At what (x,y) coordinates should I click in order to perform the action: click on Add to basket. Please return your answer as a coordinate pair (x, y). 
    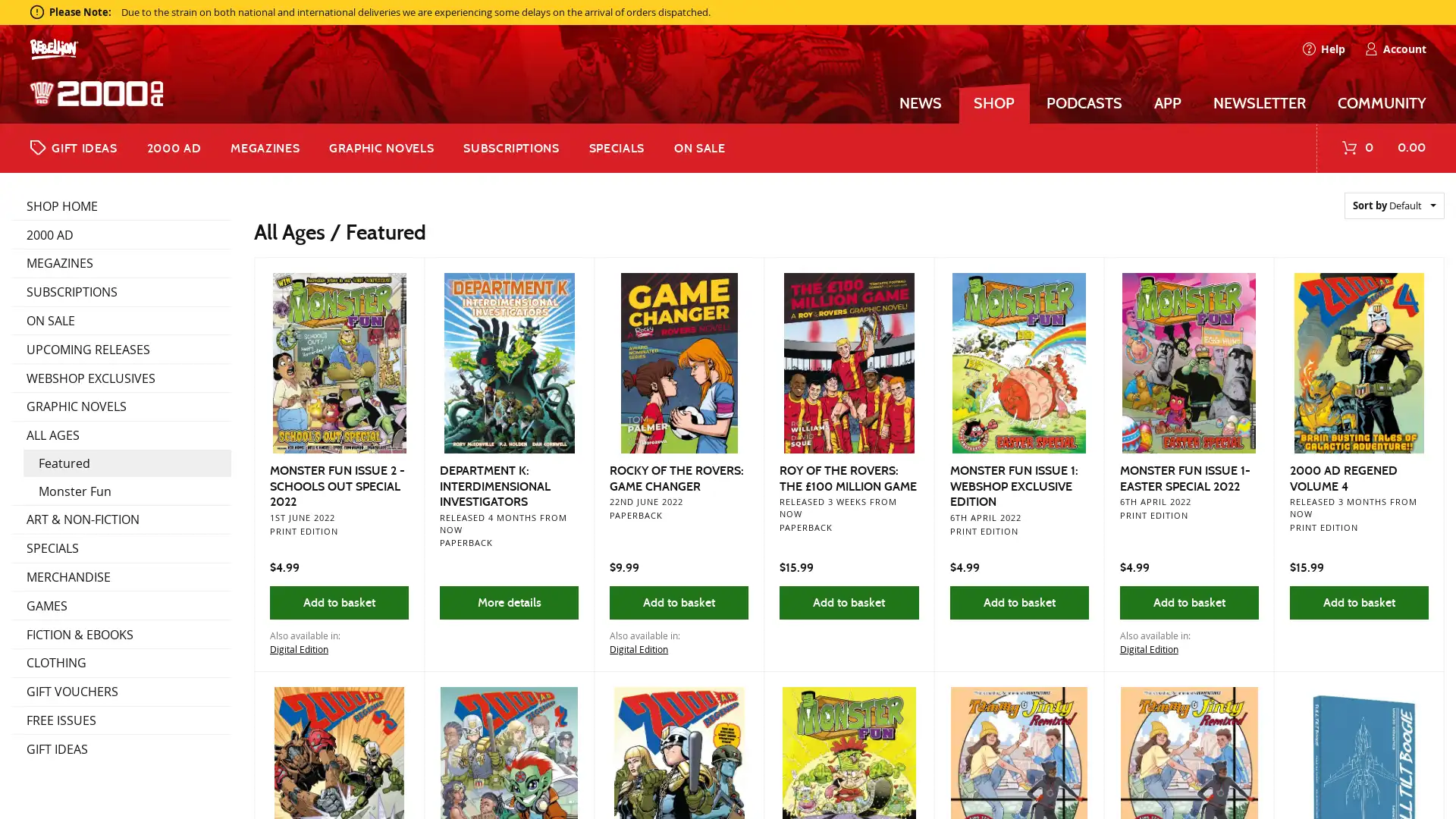
    Looking at the image, I should click on (1018, 601).